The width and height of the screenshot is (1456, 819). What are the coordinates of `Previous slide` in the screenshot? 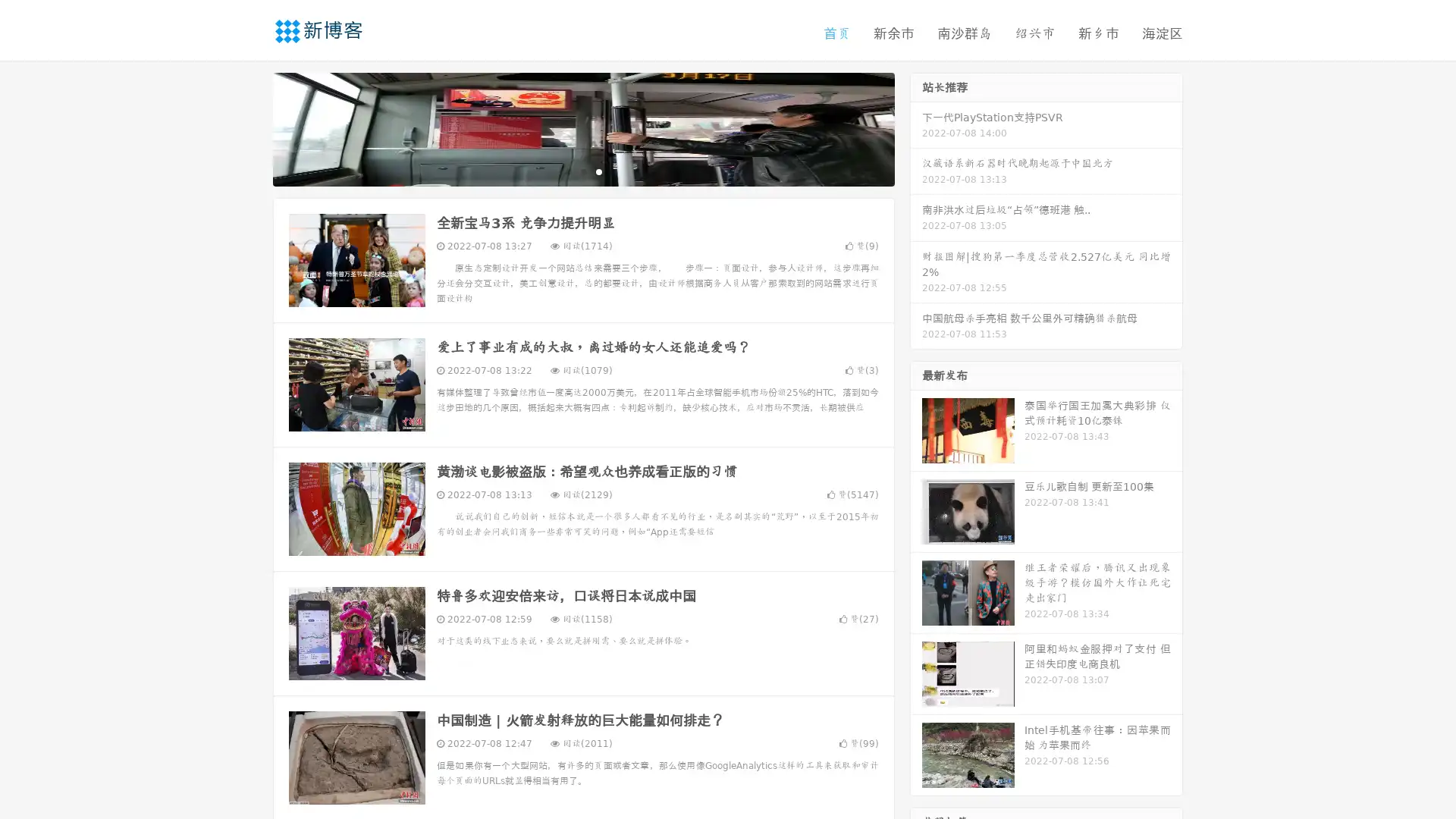 It's located at (250, 127).